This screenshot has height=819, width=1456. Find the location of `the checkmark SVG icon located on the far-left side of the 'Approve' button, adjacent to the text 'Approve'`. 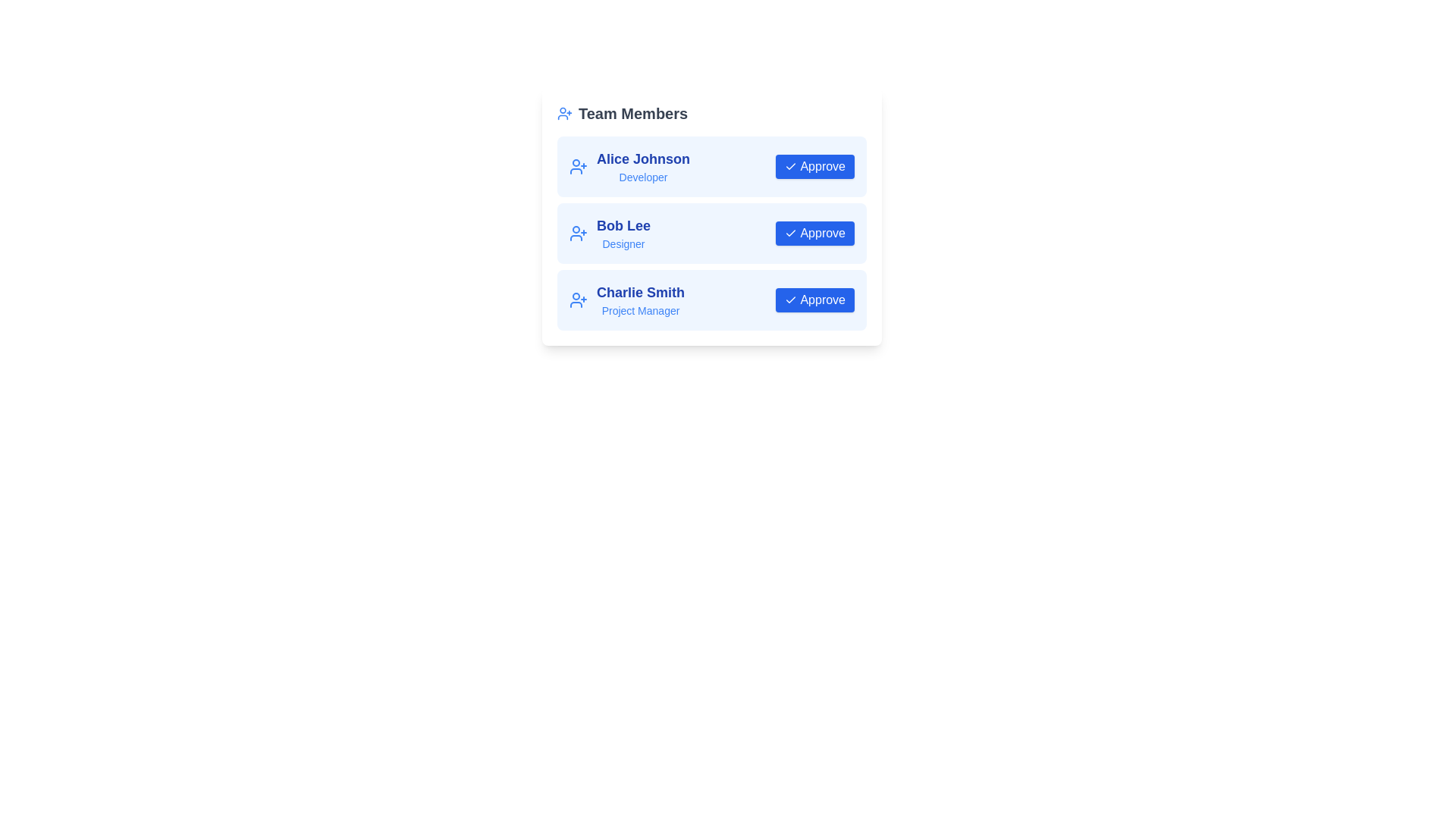

the checkmark SVG icon located on the far-left side of the 'Approve' button, adjacent to the text 'Approve' is located at coordinates (790, 166).